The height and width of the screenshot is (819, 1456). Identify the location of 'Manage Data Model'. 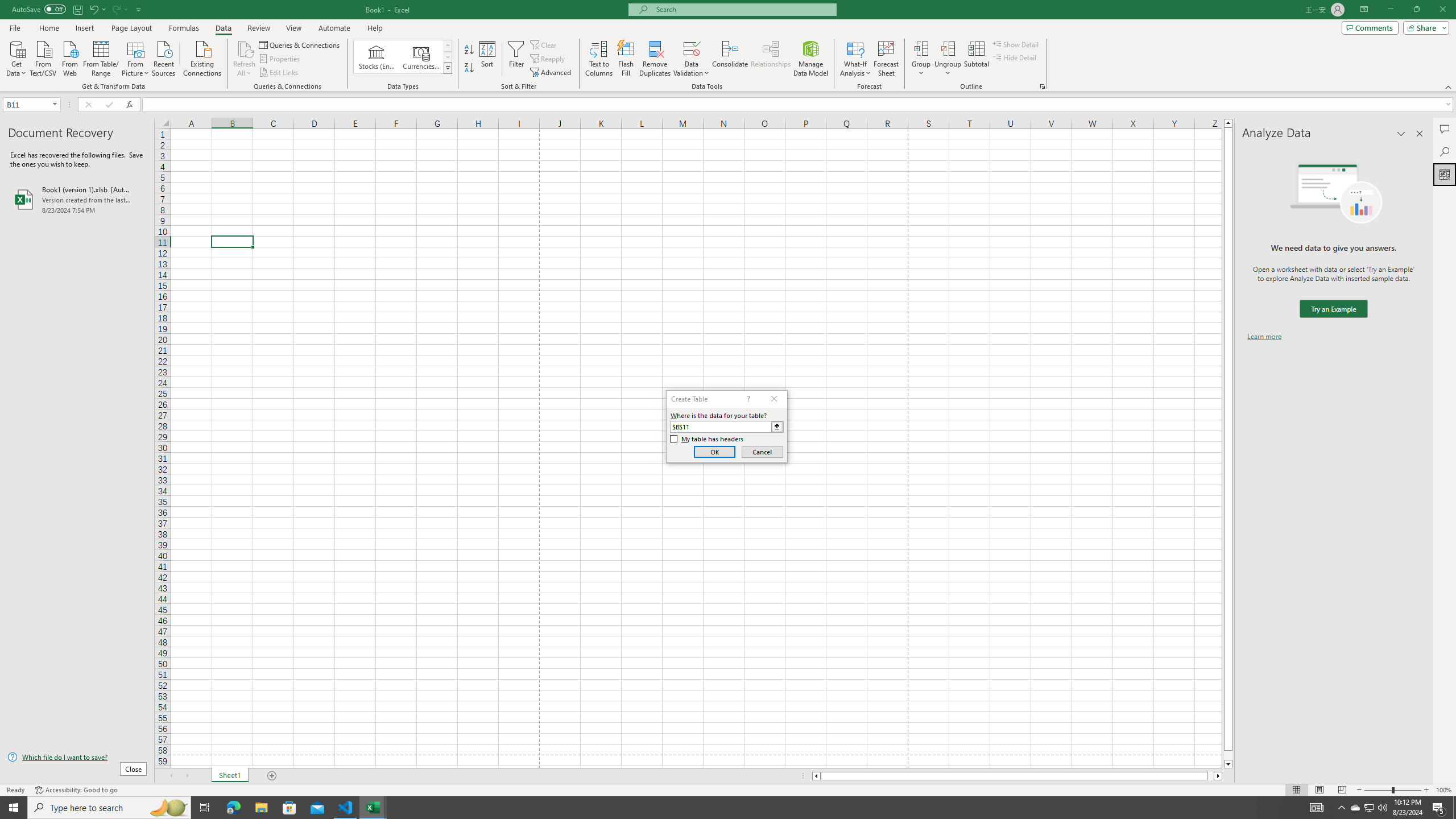
(810, 59).